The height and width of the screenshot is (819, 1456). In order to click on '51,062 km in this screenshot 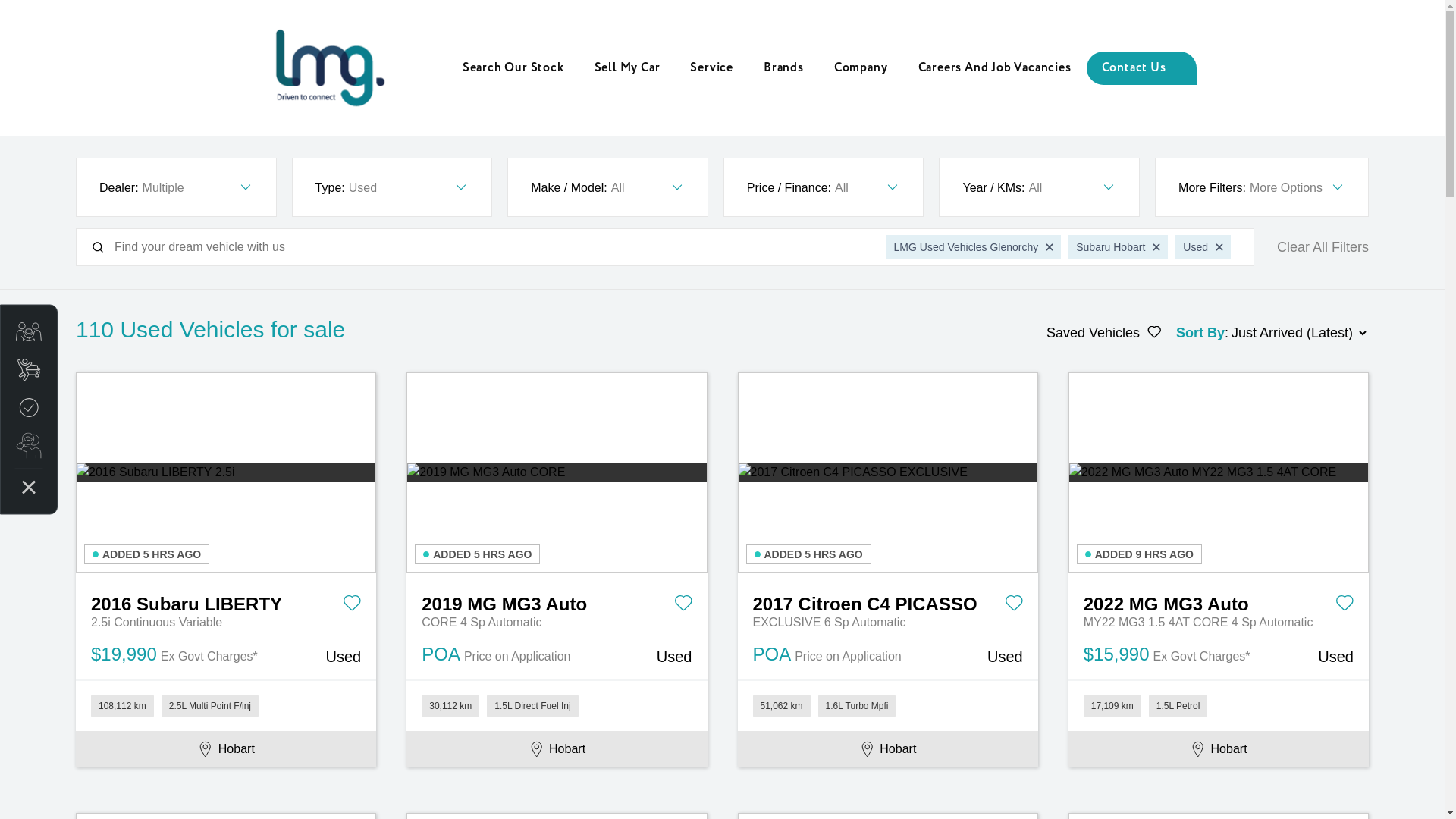, I will do `click(887, 704)`.